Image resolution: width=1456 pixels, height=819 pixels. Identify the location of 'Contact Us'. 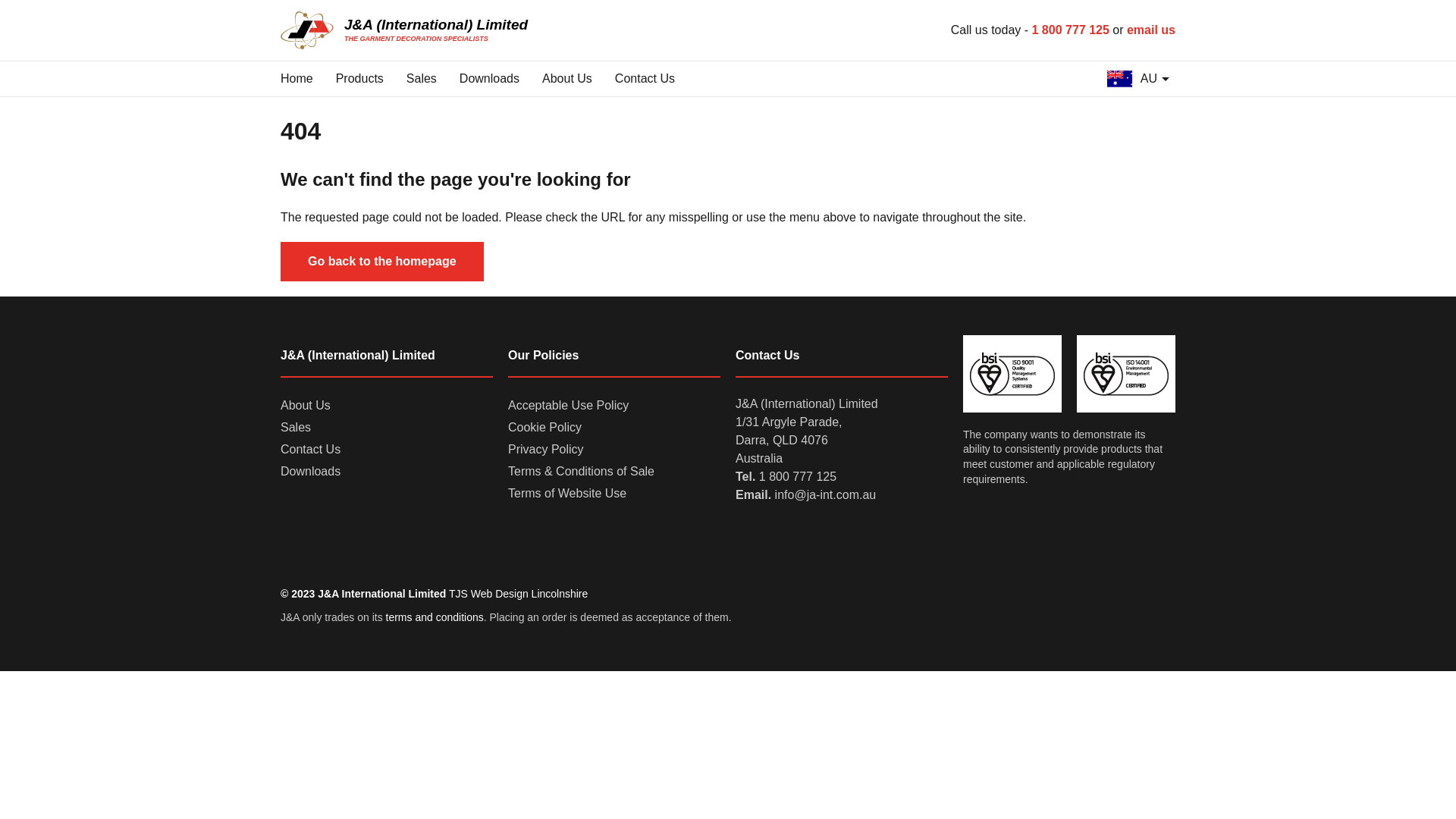
(645, 79).